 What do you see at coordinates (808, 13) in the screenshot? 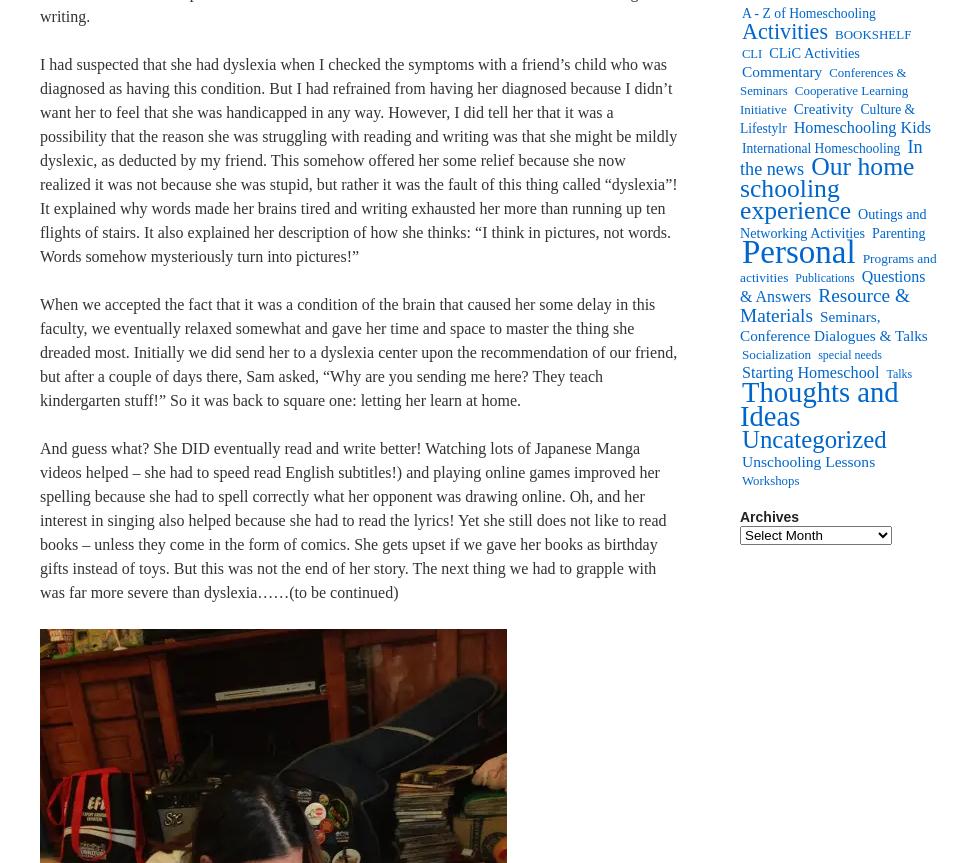
I see `'A - Z of Homeschooling'` at bounding box center [808, 13].